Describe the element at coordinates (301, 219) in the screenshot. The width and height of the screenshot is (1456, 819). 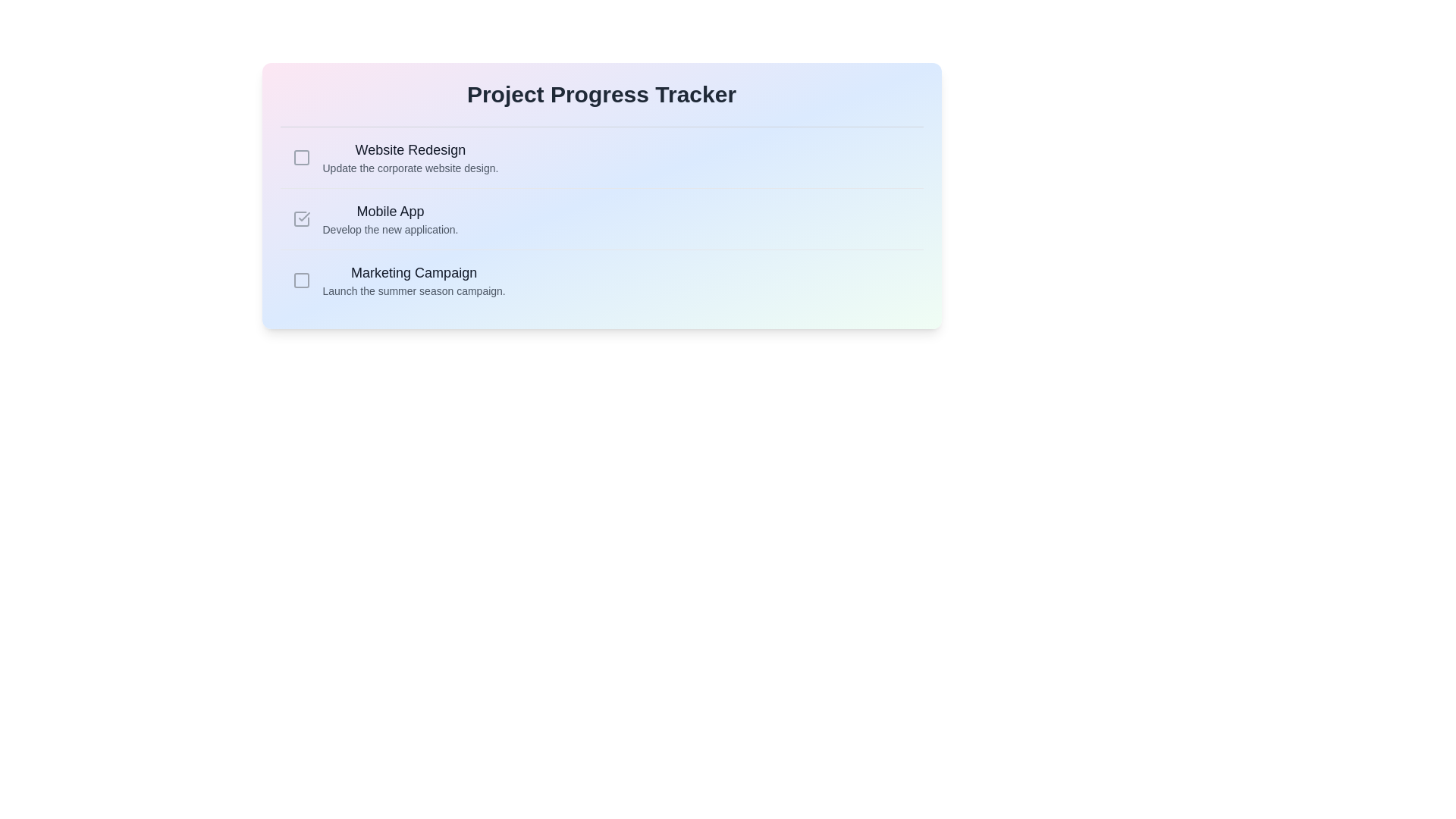
I see `the checkbox corresponding to the project titled 'Mobile App' to toggle its completion status` at that location.